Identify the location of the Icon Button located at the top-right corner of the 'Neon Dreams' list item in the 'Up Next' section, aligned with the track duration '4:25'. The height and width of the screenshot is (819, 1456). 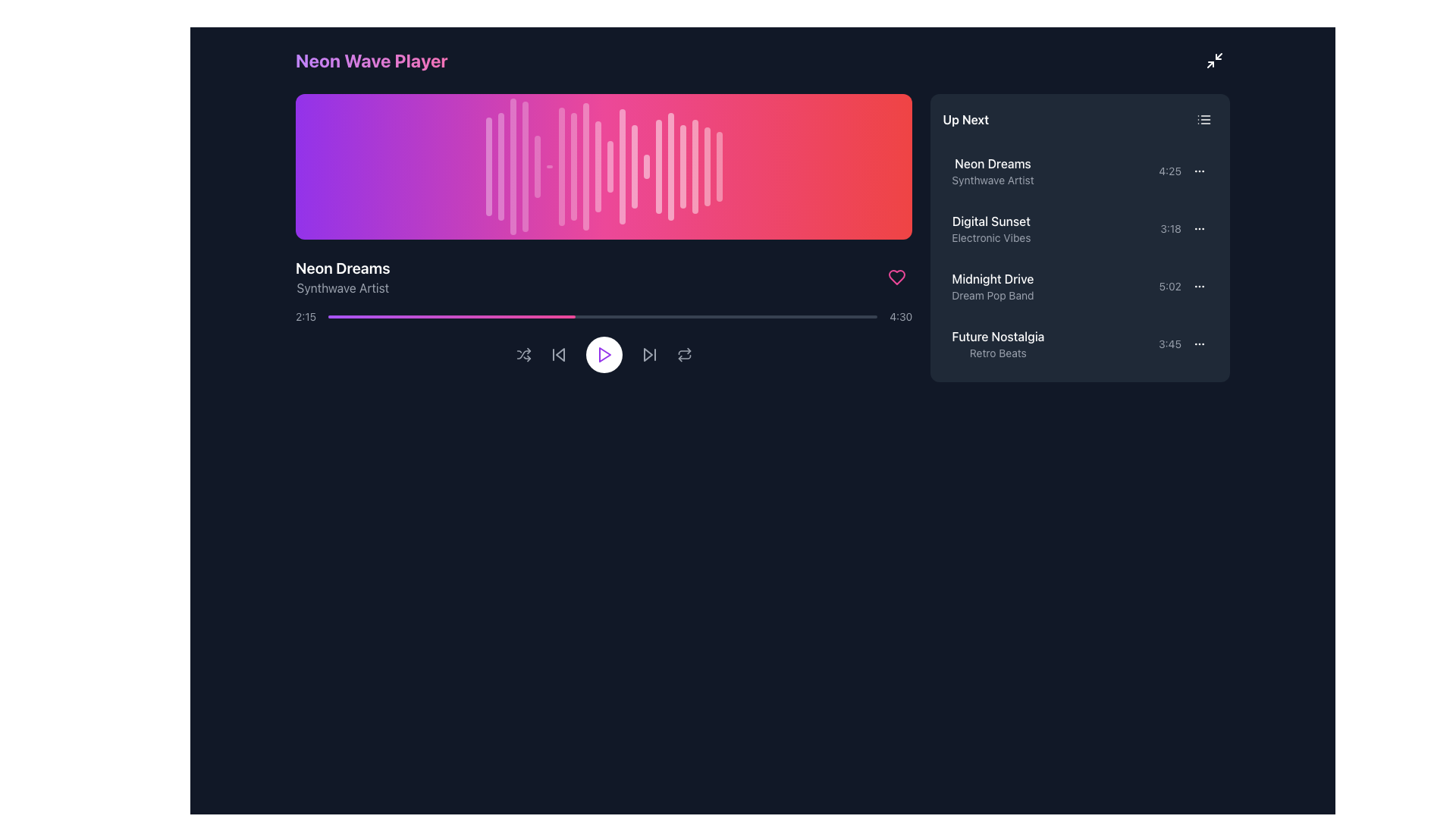
(1198, 171).